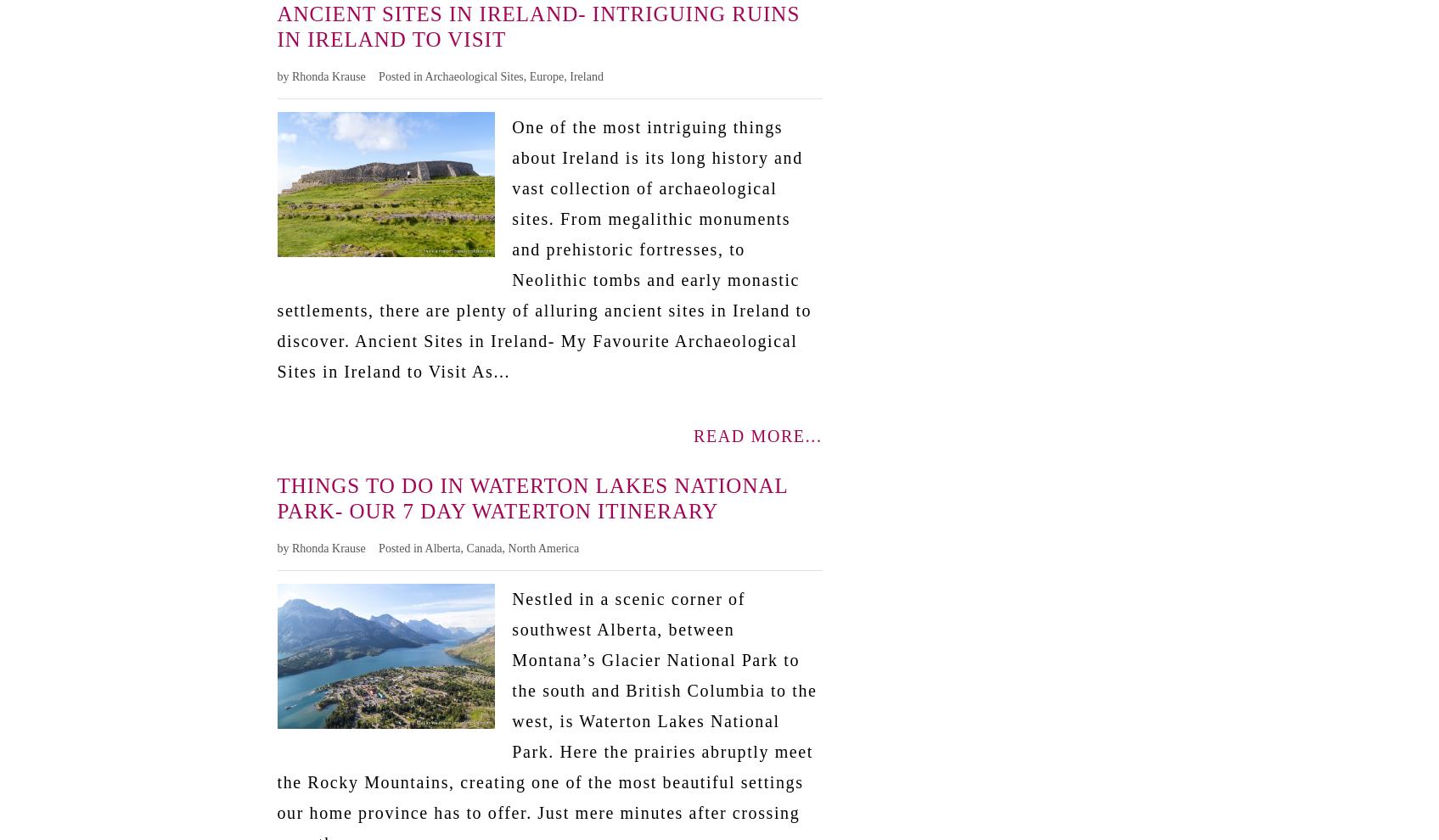 The width and height of the screenshot is (1439, 840). I want to click on 'Canada', so click(484, 547).